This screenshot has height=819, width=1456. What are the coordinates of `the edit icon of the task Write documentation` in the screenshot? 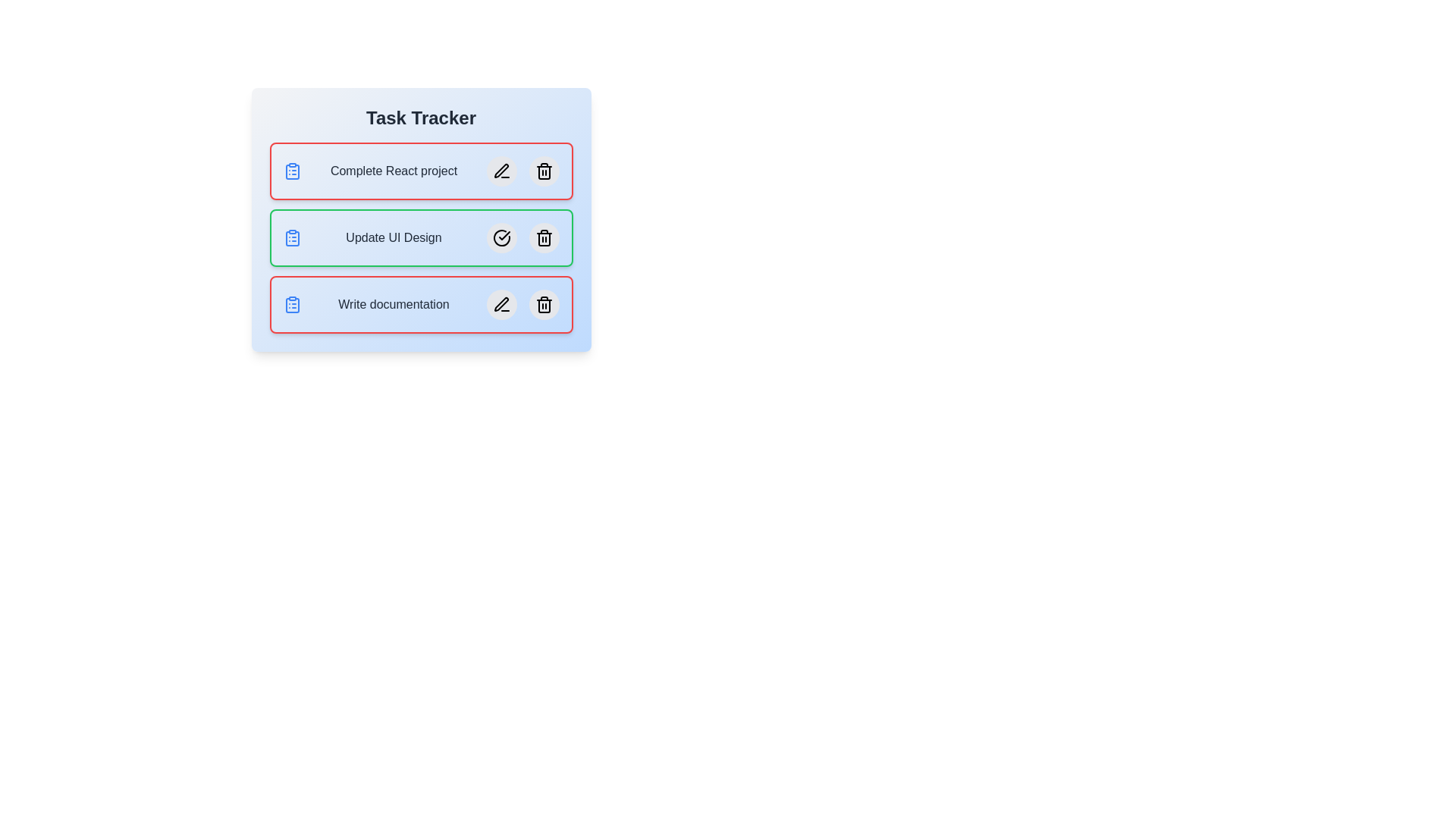 It's located at (501, 304).